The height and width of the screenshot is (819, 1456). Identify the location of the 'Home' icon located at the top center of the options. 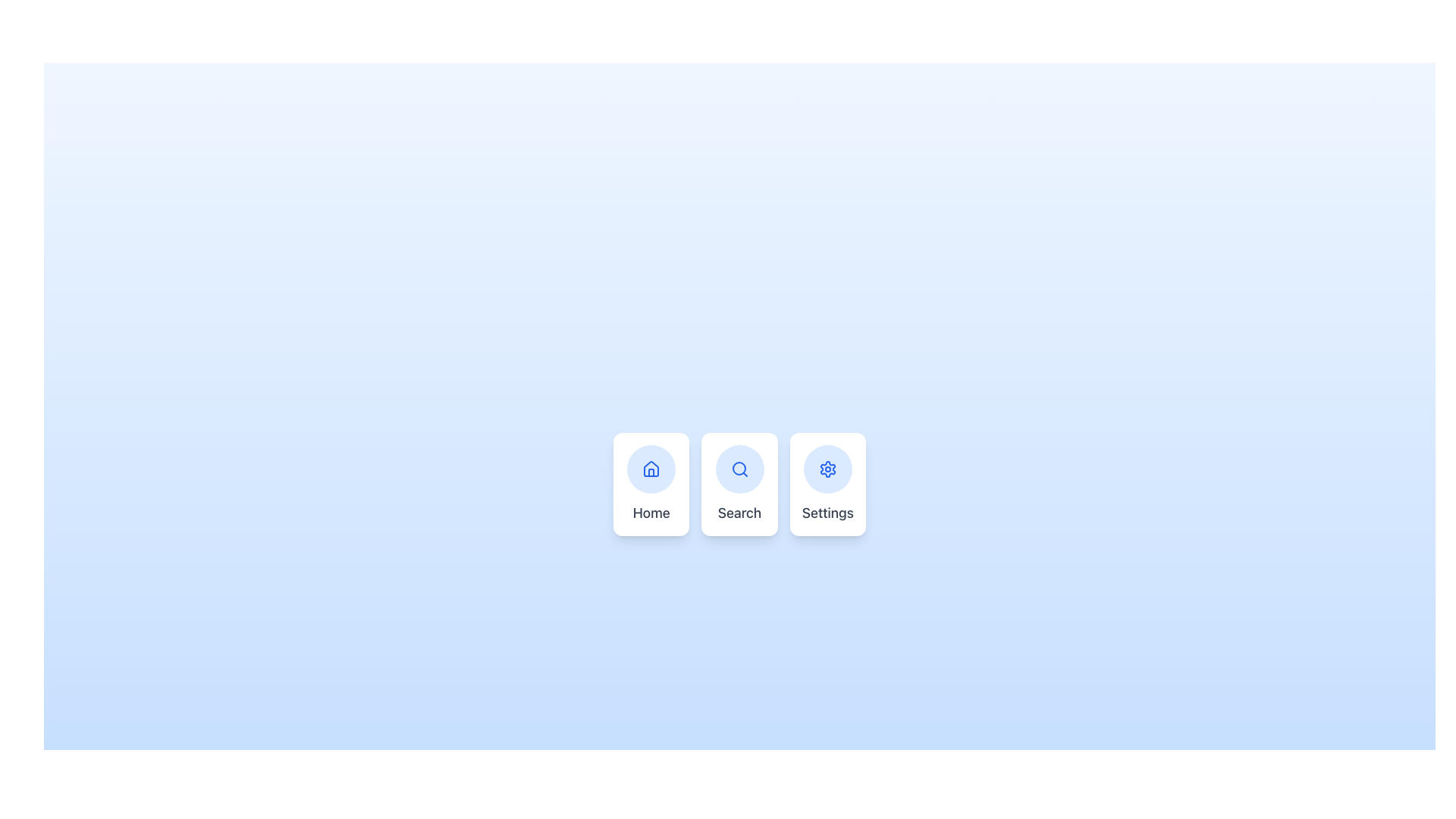
(651, 468).